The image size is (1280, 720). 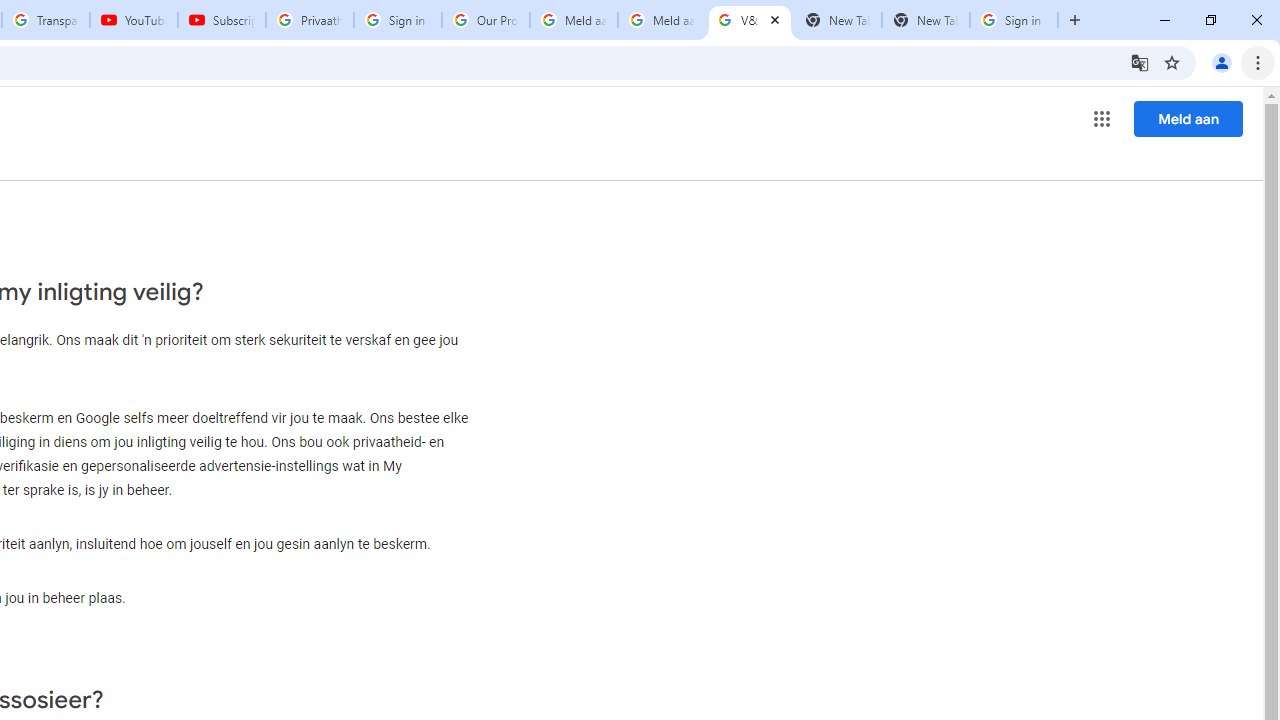 I want to click on 'Meld aan', so click(x=1188, y=118).